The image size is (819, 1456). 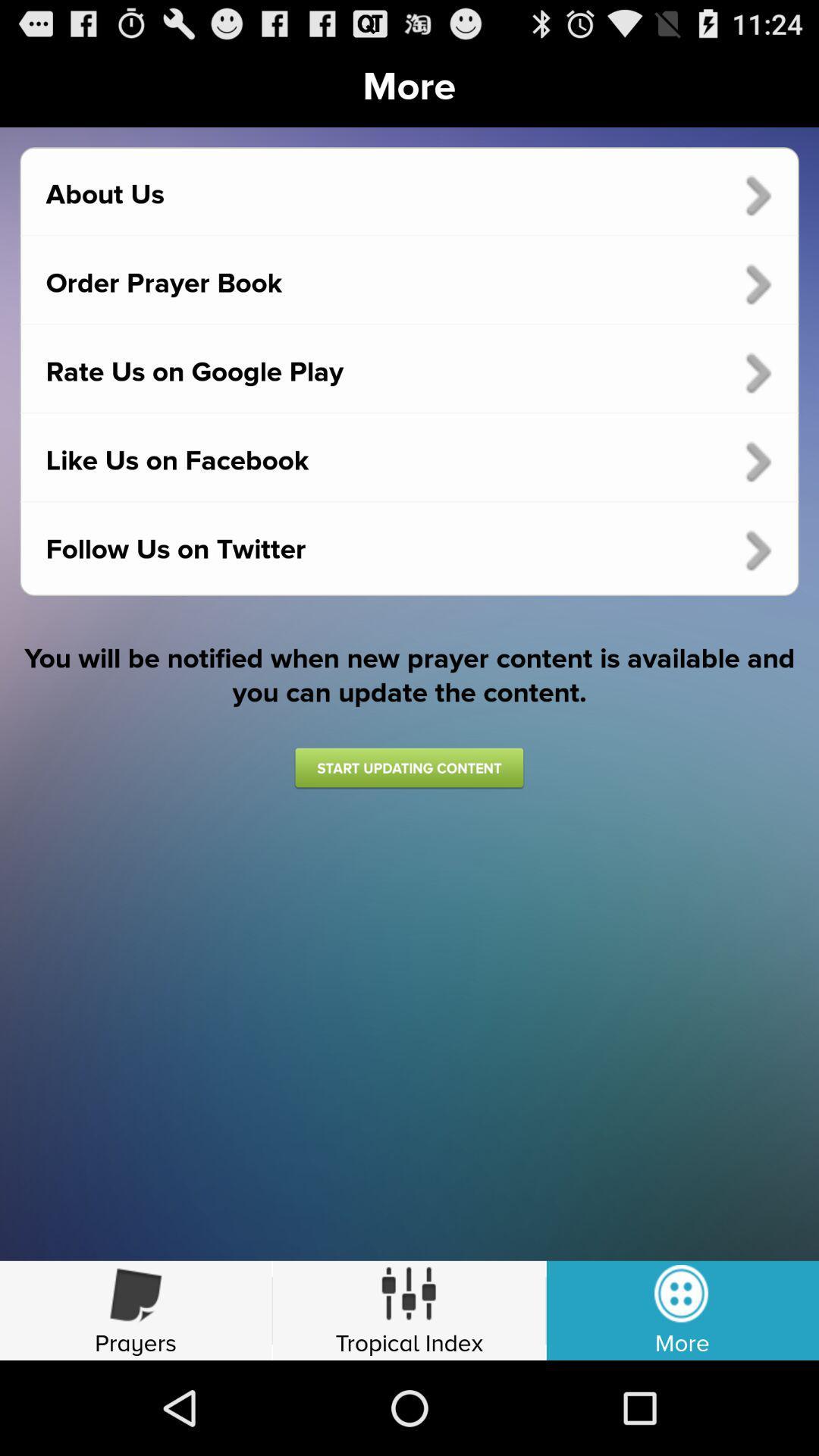 I want to click on second option under more, so click(x=409, y=284).